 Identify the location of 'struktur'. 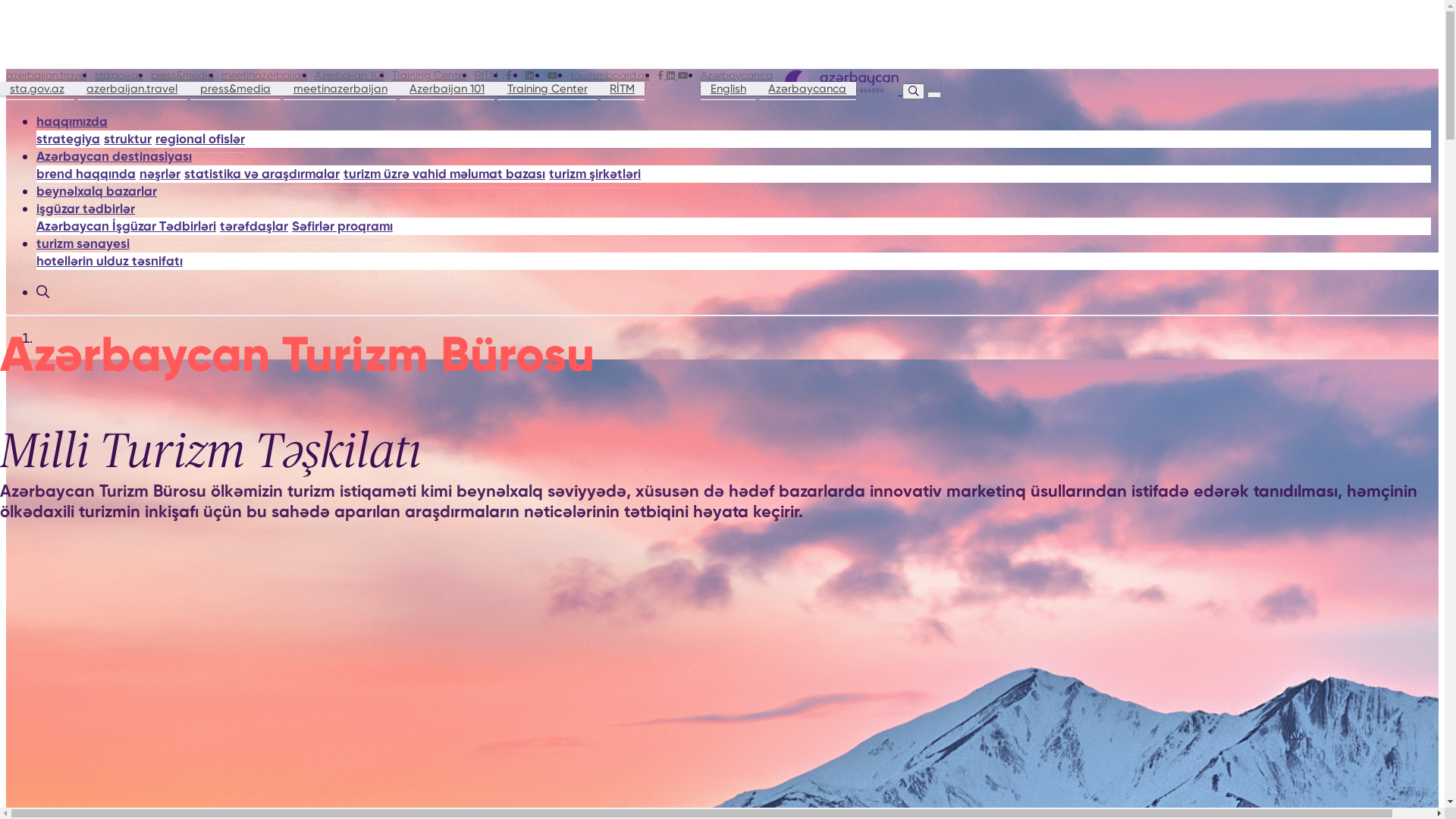
(127, 140).